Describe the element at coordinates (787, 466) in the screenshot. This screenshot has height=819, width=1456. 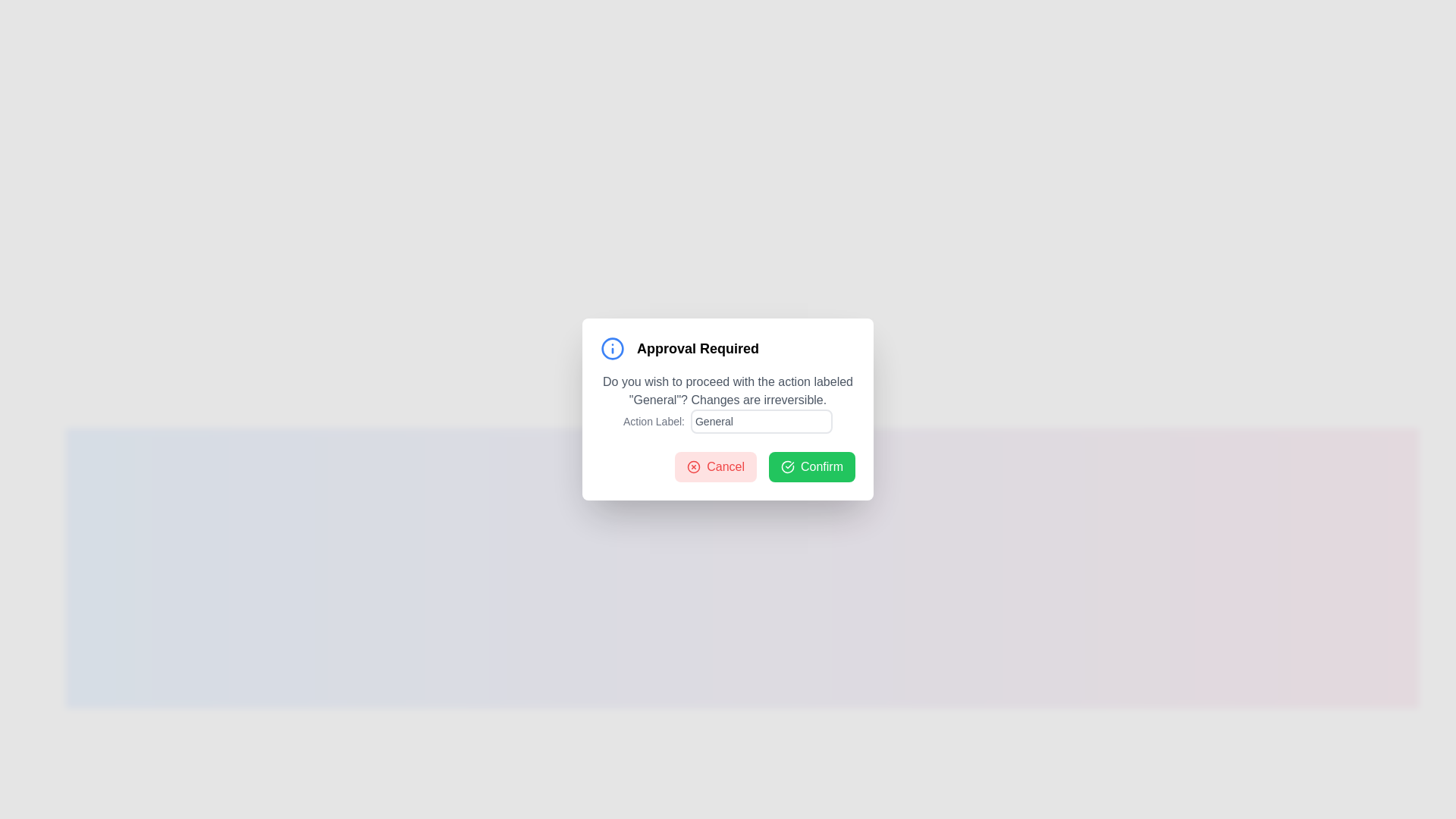
I see `the circular checkmark icon with a green background located within the 'Confirm' button at the bottom-right of the modal` at that location.